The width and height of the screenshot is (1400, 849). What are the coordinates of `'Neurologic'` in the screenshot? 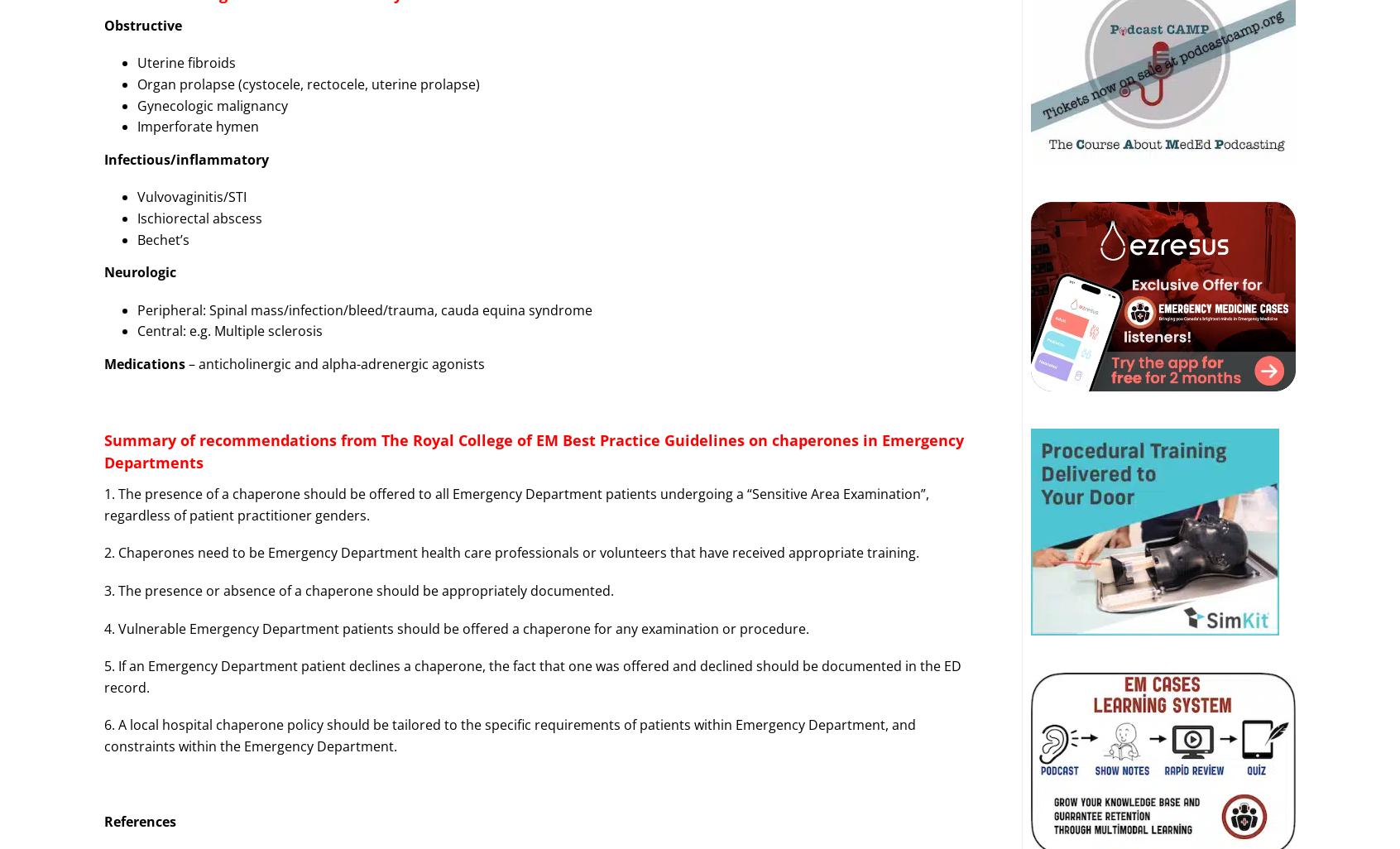 It's located at (139, 272).